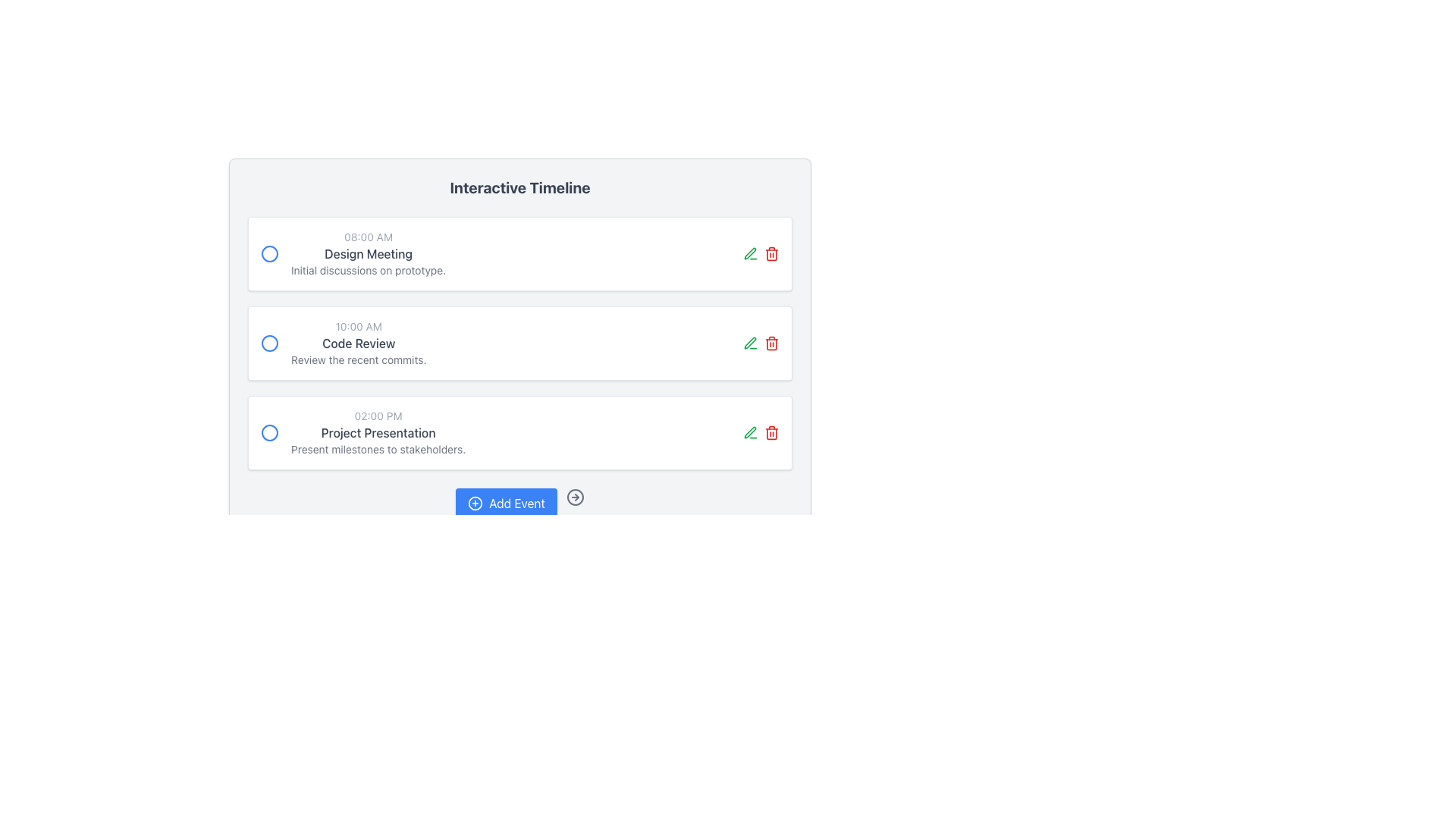 This screenshot has width=1456, height=819. What do you see at coordinates (269, 253) in the screenshot?
I see `the first circular icon in the interactive timeline, which is positioned to the left of the event labeled '08:00 AM Design Meeting'` at bounding box center [269, 253].